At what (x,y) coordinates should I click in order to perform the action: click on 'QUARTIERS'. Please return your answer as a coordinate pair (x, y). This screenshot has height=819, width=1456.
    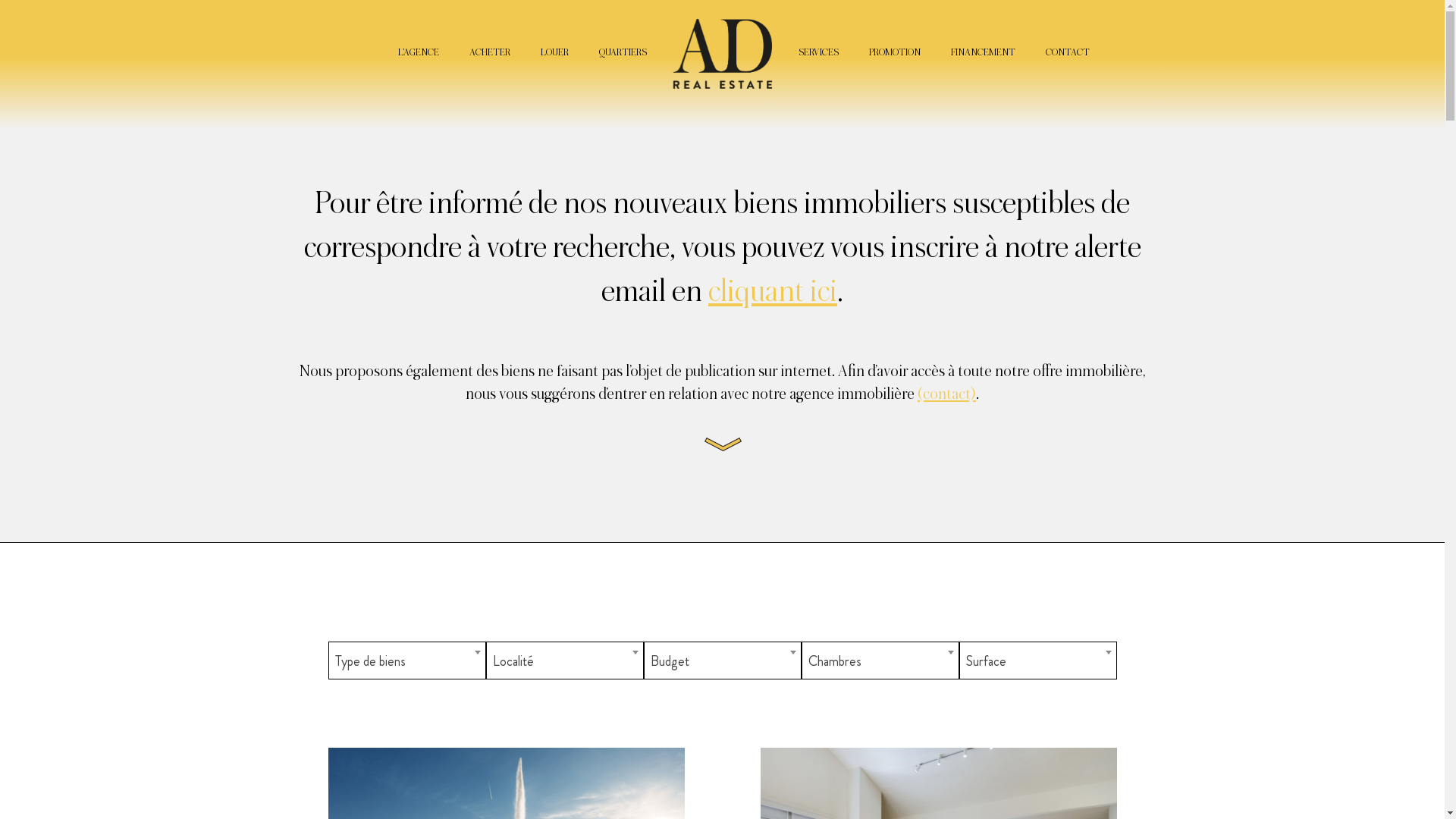
    Looking at the image, I should click on (598, 52).